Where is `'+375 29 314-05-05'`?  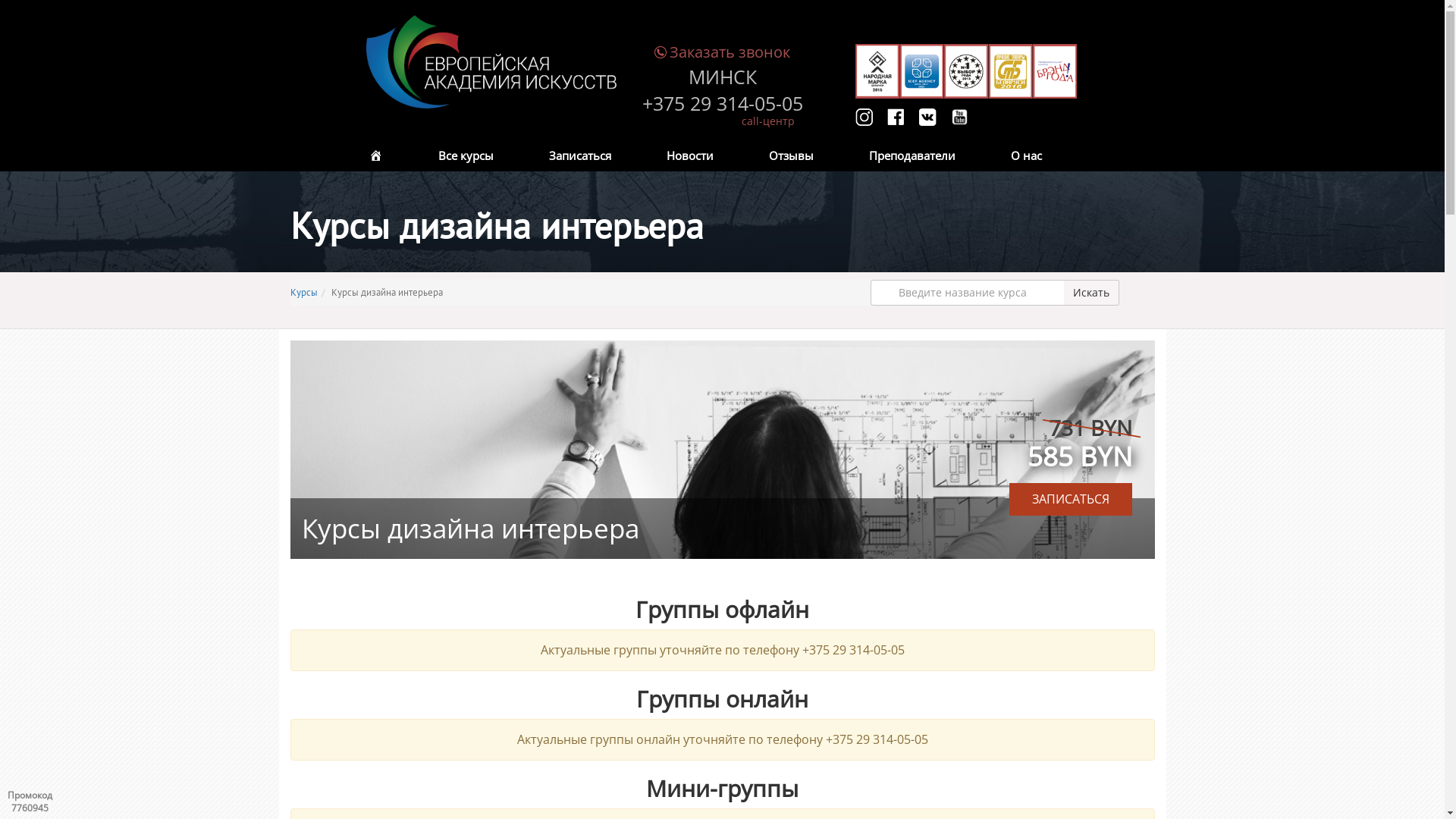 '+375 29 314-05-05' is located at coordinates (641, 103).